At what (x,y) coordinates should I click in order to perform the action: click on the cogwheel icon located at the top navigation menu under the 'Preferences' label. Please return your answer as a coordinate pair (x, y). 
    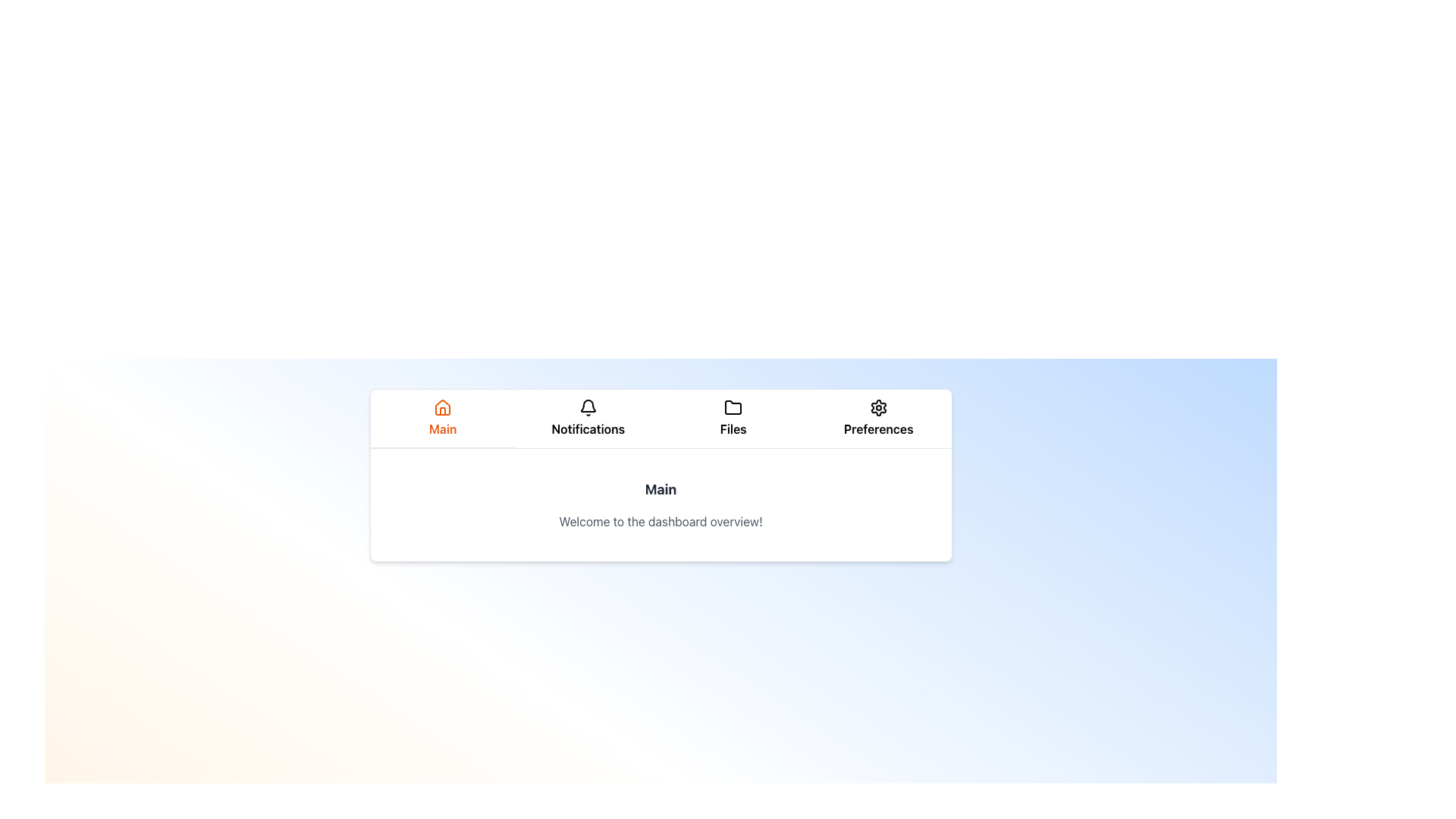
    Looking at the image, I should click on (878, 406).